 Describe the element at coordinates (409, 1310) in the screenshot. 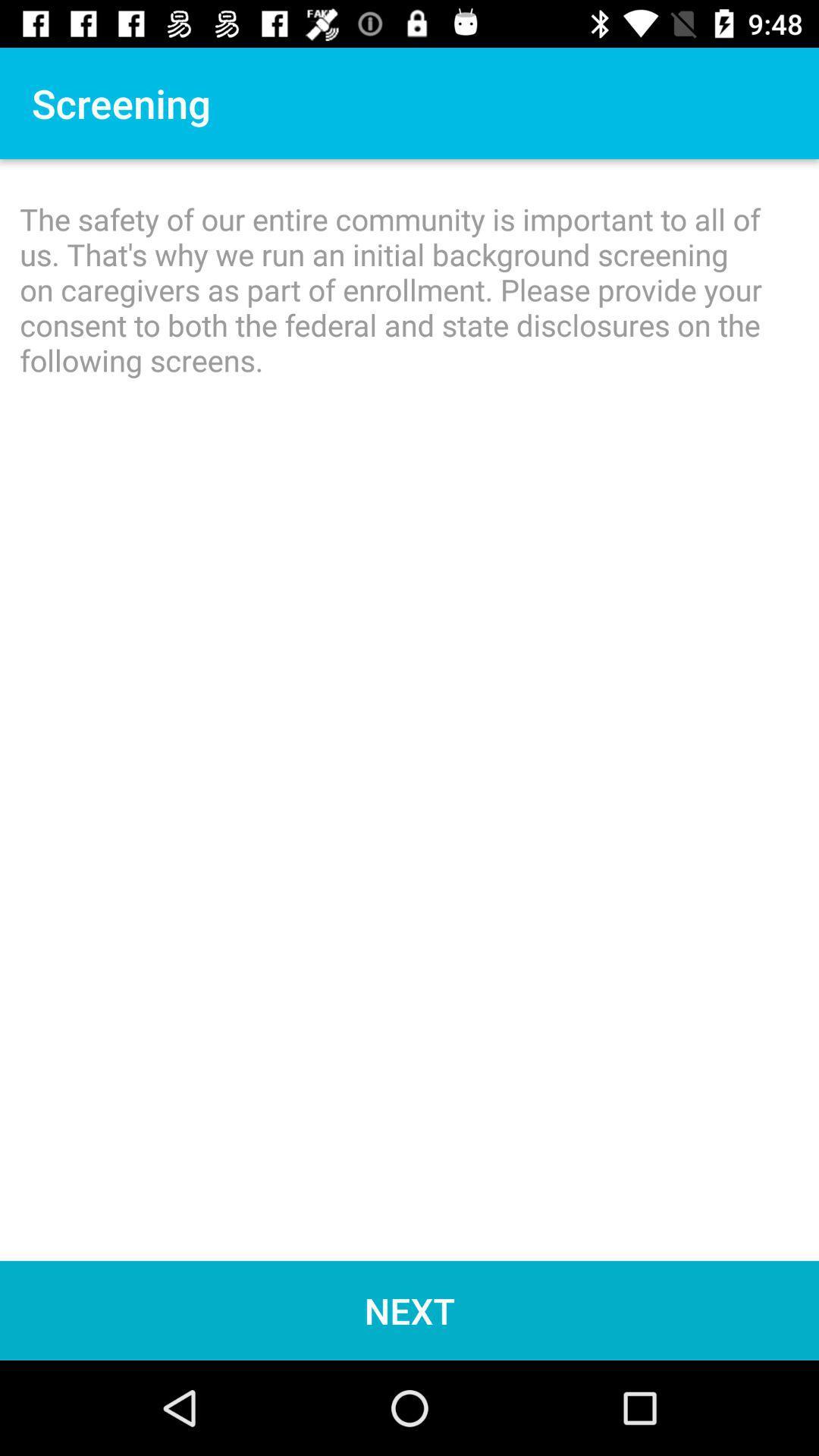

I see `item below the safety of icon` at that location.